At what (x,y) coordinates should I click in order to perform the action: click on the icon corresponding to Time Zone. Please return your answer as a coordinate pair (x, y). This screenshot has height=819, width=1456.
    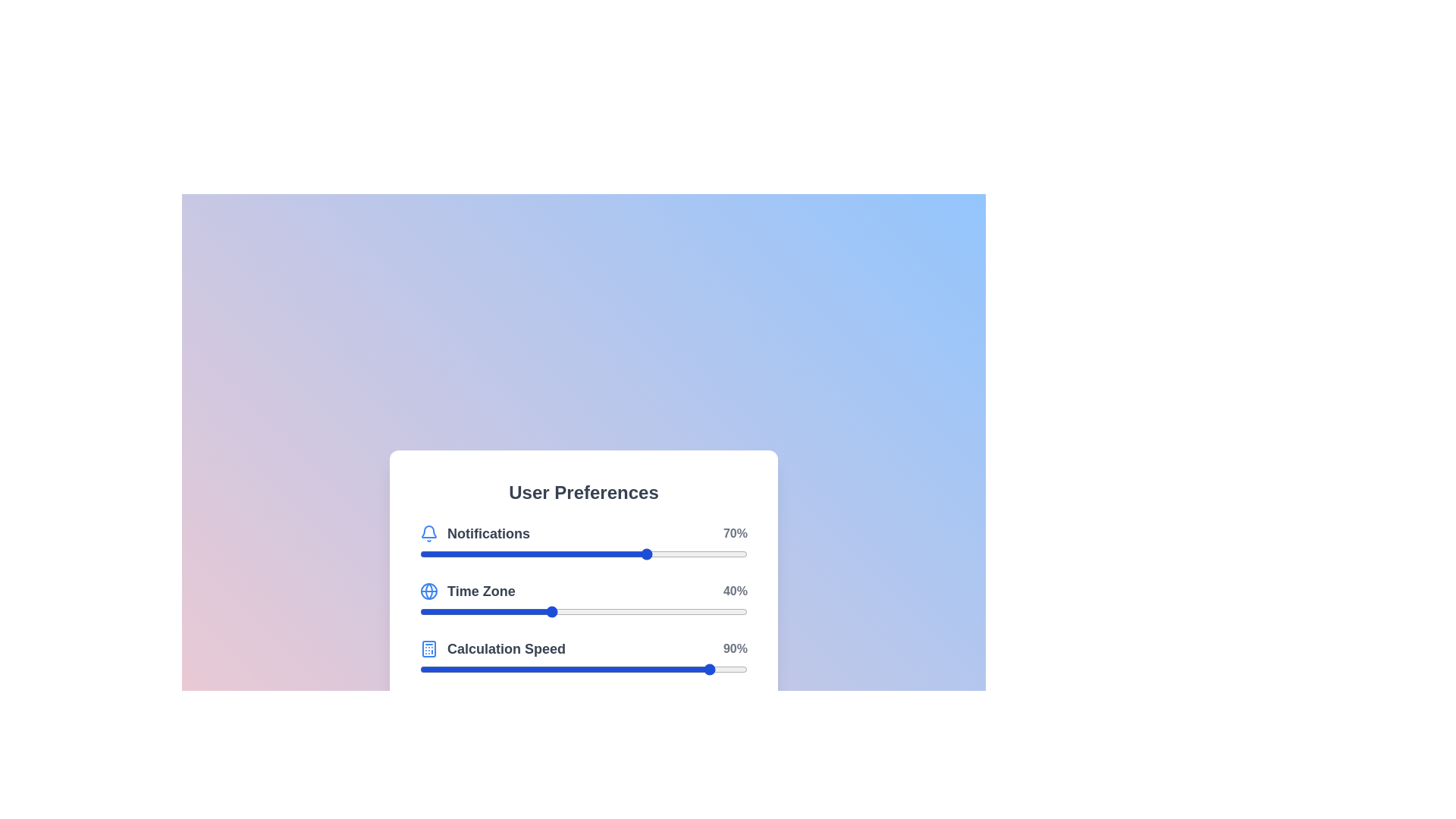
    Looking at the image, I should click on (428, 590).